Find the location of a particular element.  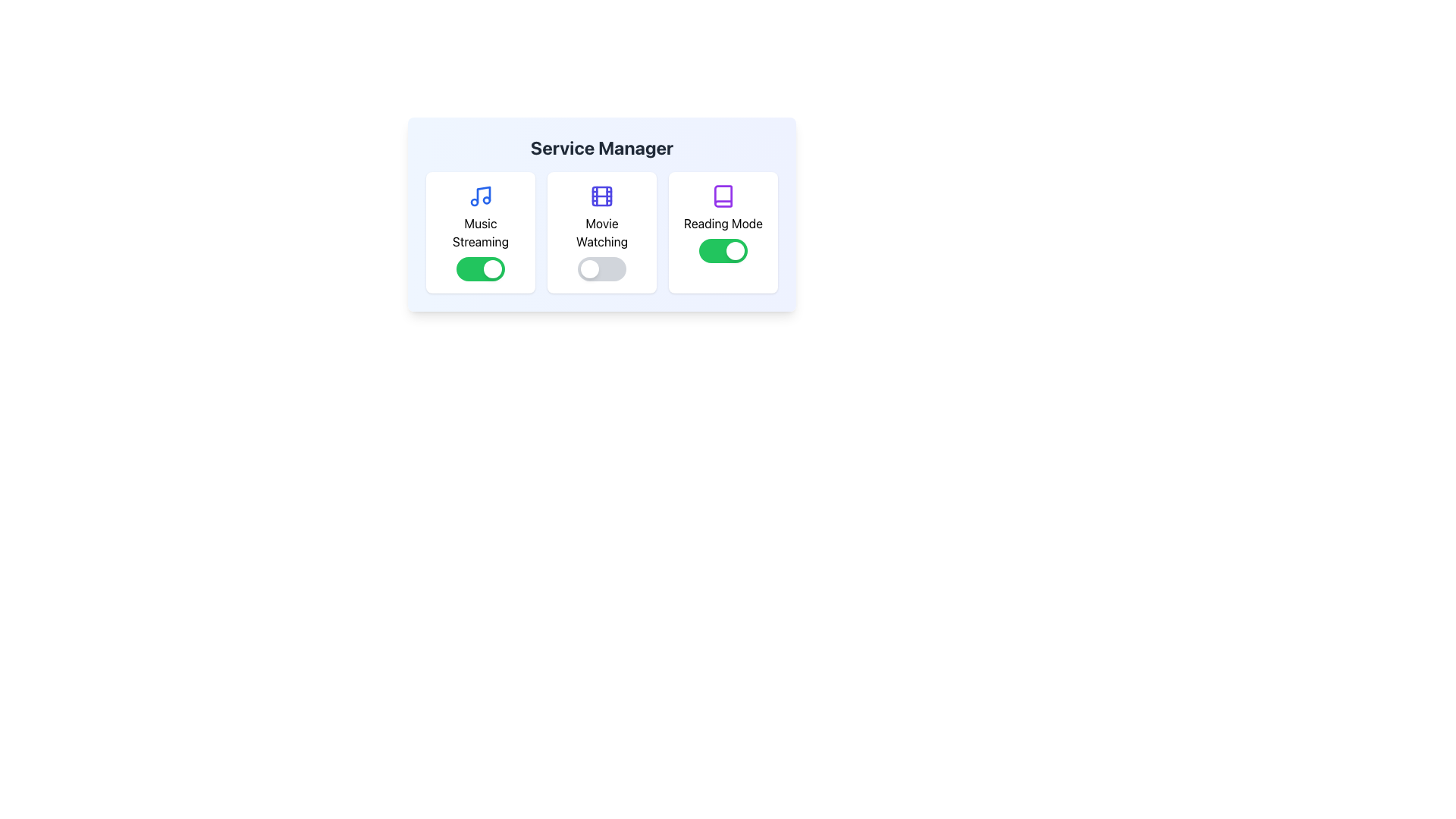

the toggle switch located in the 'Music Streaming' card is located at coordinates (479, 268).